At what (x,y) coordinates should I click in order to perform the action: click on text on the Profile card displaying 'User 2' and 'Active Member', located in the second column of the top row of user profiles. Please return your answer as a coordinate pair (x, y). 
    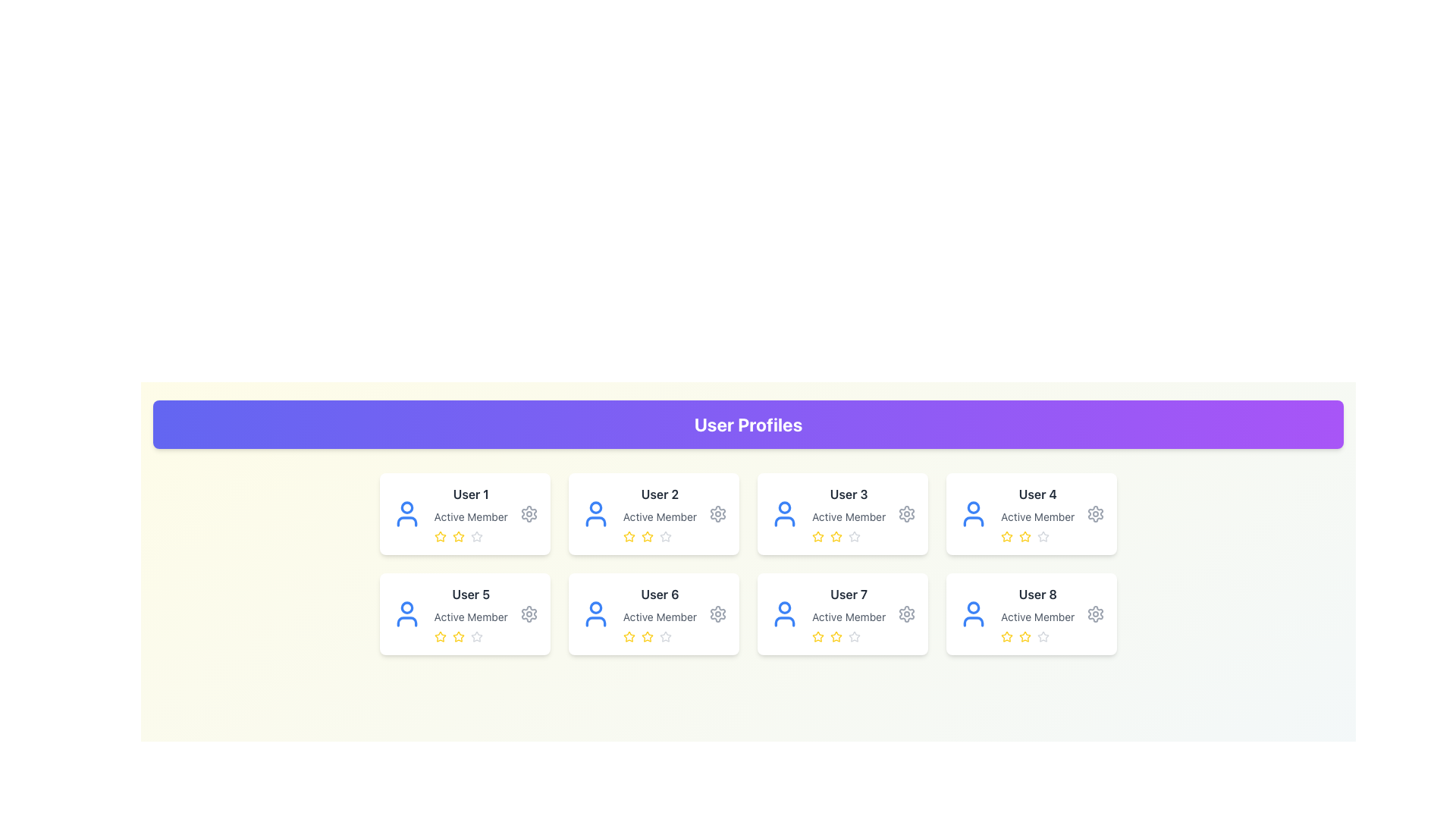
    Looking at the image, I should click on (660, 513).